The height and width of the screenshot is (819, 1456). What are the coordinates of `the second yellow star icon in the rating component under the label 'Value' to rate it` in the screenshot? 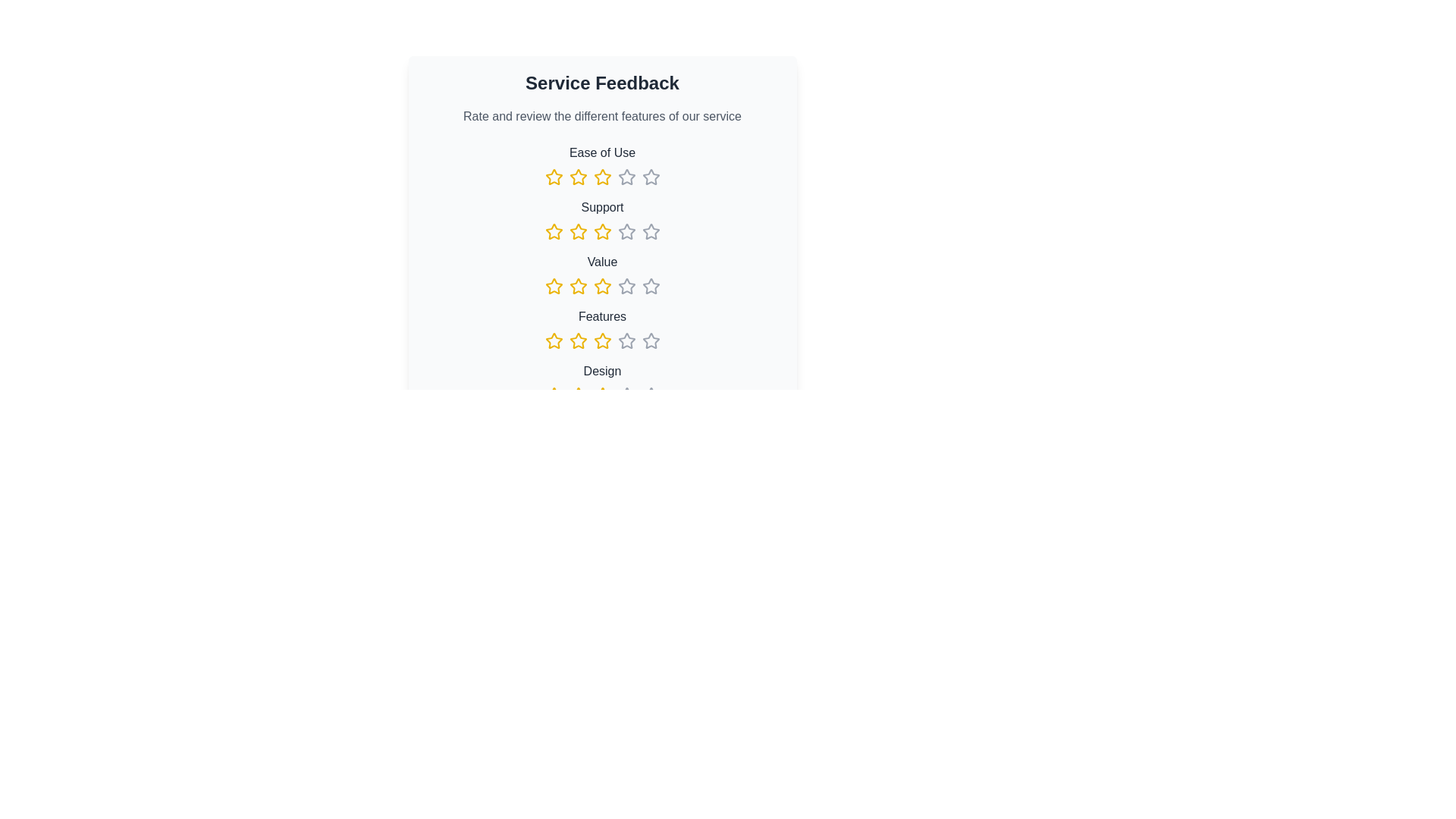 It's located at (553, 286).